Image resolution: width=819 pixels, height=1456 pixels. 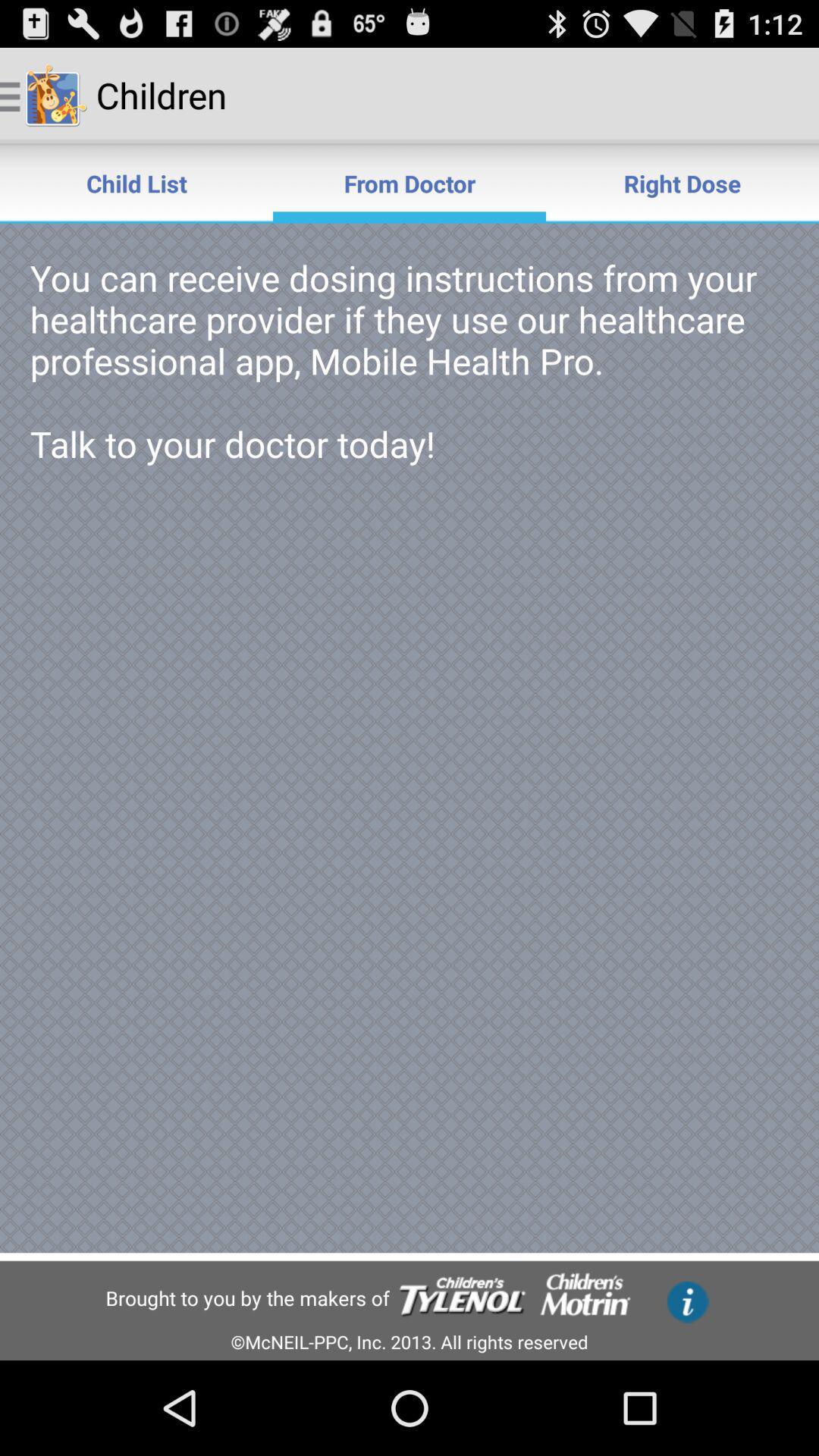 What do you see at coordinates (136, 182) in the screenshot?
I see `child list item` at bounding box center [136, 182].